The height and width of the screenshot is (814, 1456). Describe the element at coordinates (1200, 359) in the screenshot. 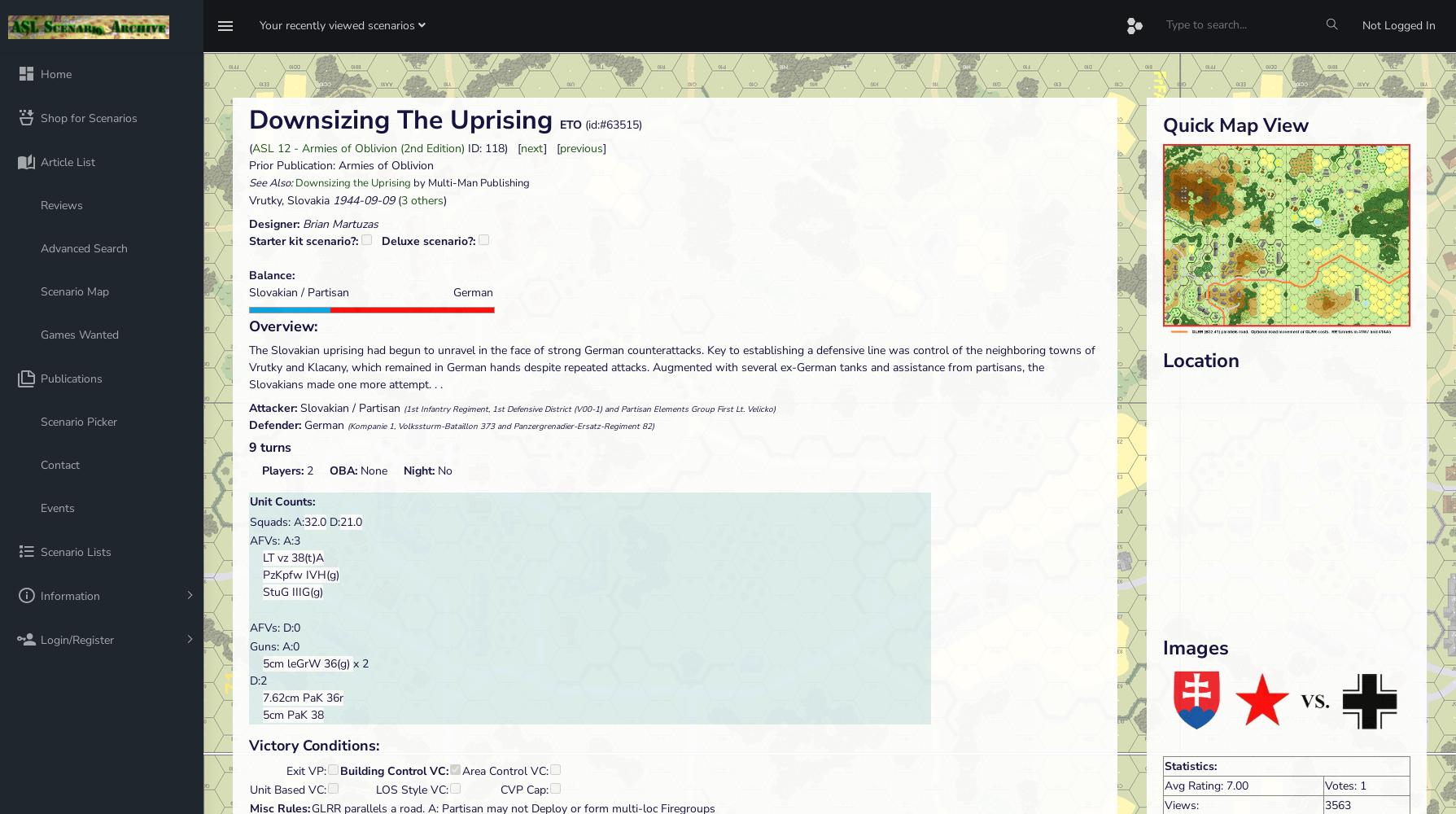

I see `'Location'` at that location.